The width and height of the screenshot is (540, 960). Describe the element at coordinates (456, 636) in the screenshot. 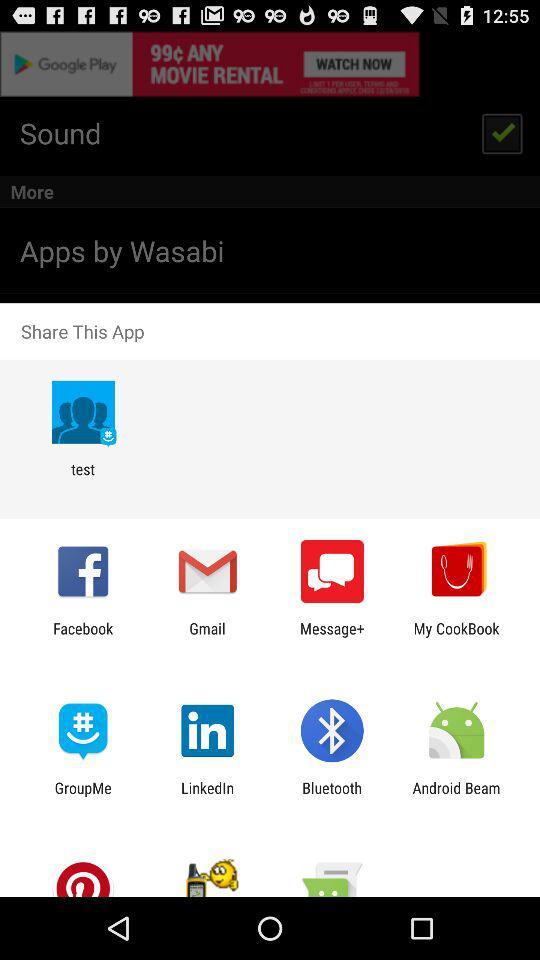

I see `item next to the message+` at that location.